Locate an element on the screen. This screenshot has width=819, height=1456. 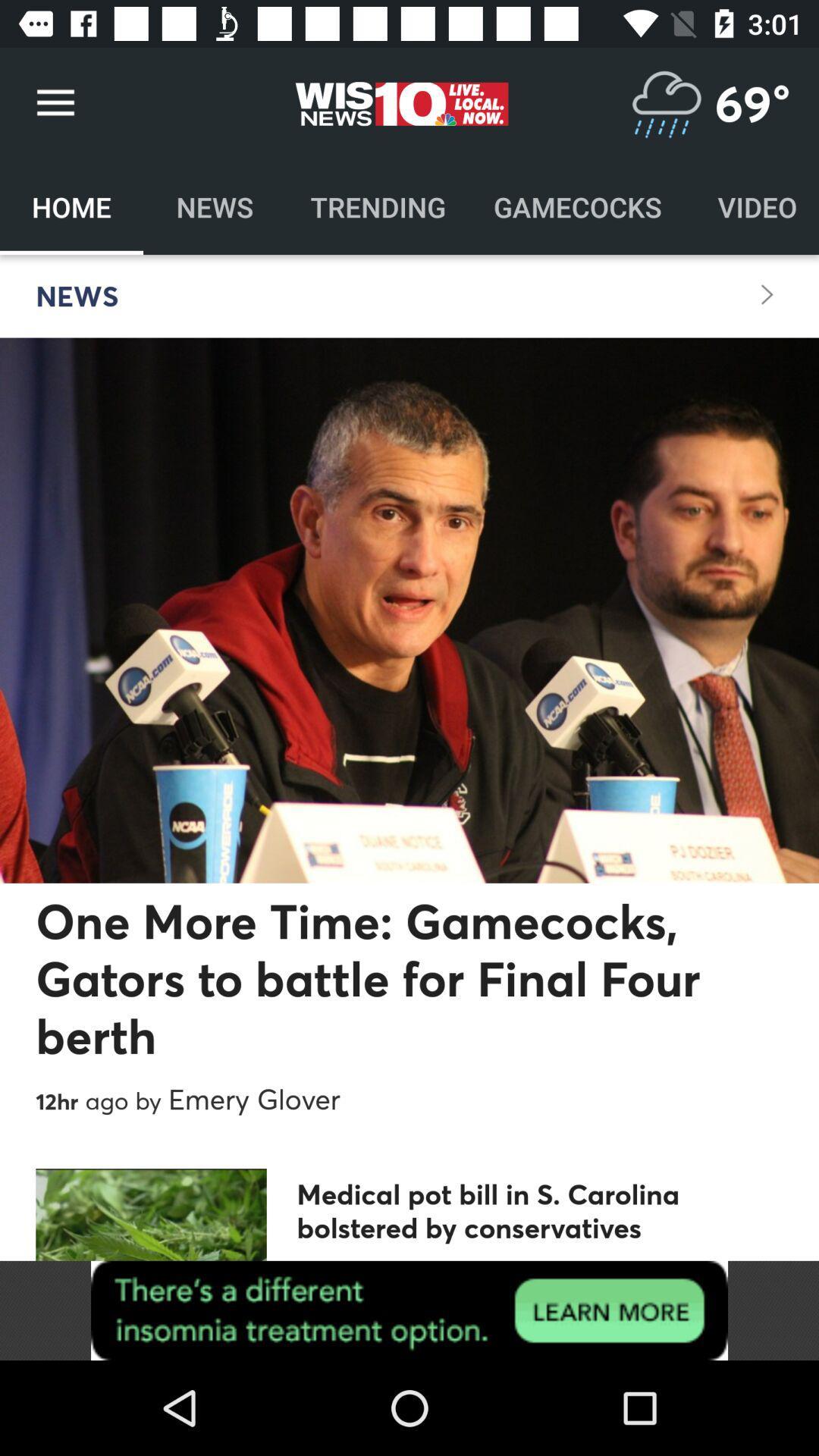
the next icon which is below video on page is located at coordinates (767, 294).